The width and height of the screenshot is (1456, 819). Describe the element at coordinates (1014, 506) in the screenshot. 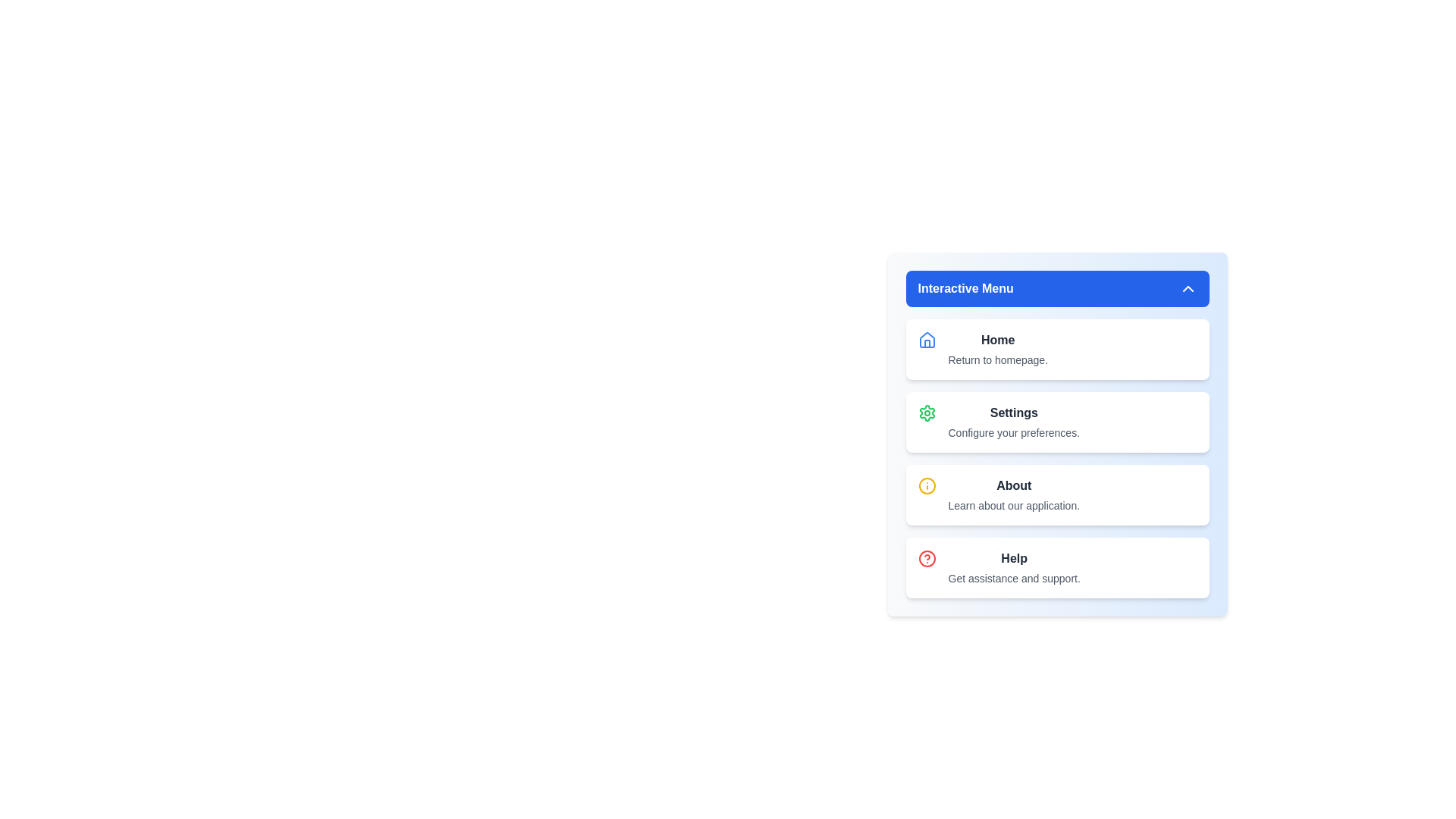

I see `the descriptive text label located directly below the 'About' heading in the third section of the vertically stacked menu` at that location.